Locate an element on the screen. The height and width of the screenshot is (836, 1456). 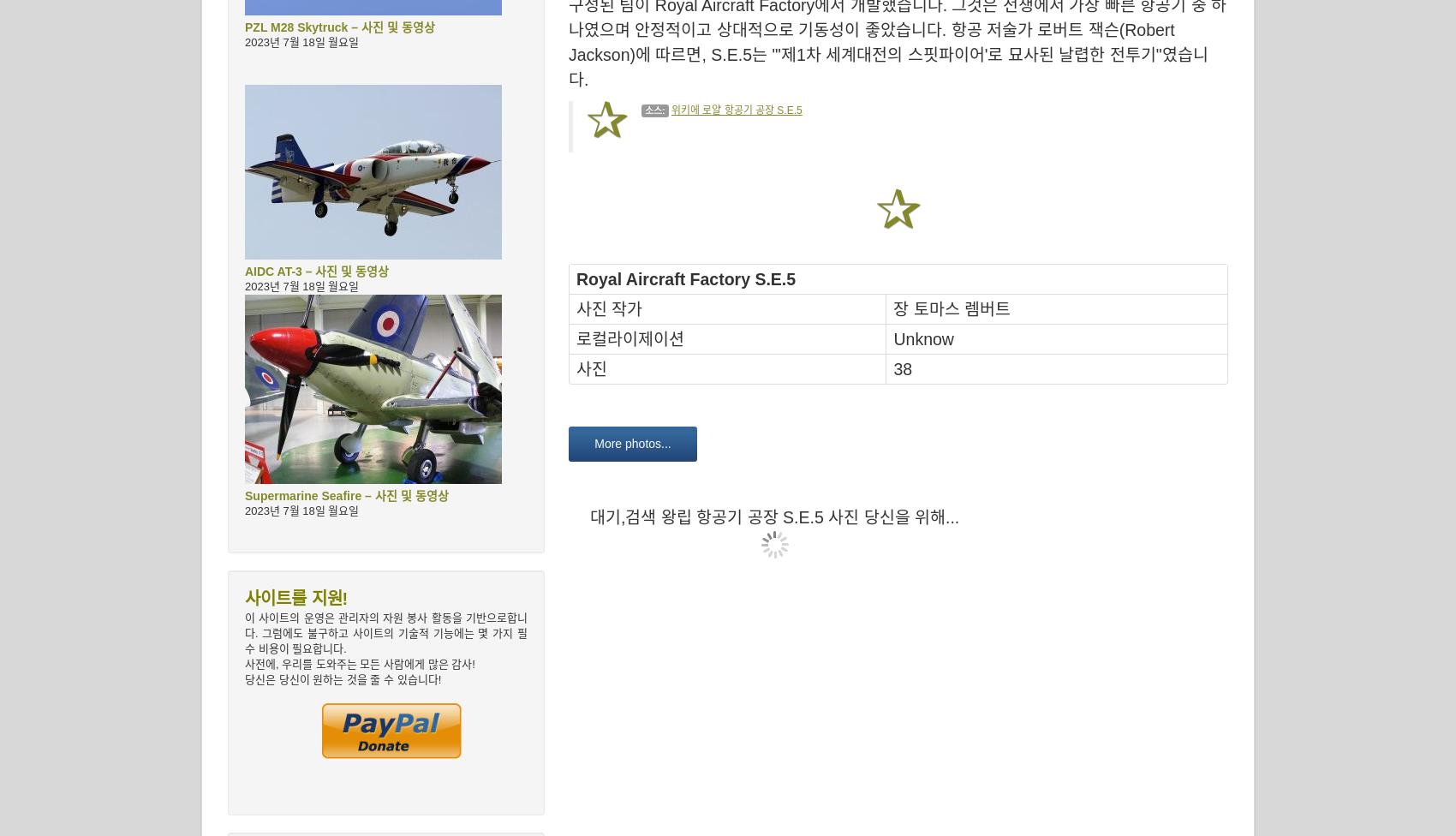
'PZL M28 Skytruck – 사진 및 동영상' is located at coordinates (338, 27).